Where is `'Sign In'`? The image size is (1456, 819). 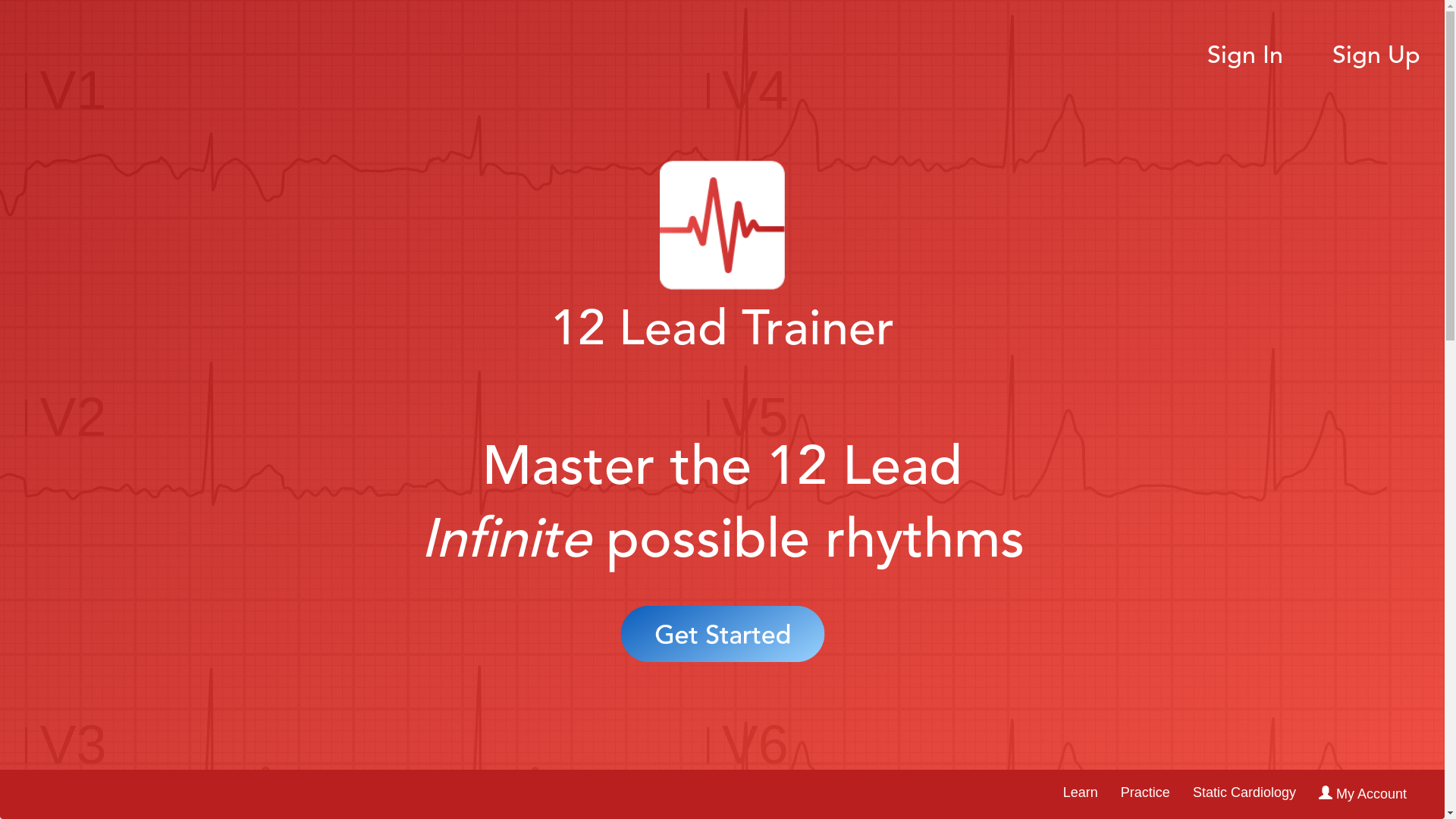
'Sign In' is located at coordinates (1244, 55).